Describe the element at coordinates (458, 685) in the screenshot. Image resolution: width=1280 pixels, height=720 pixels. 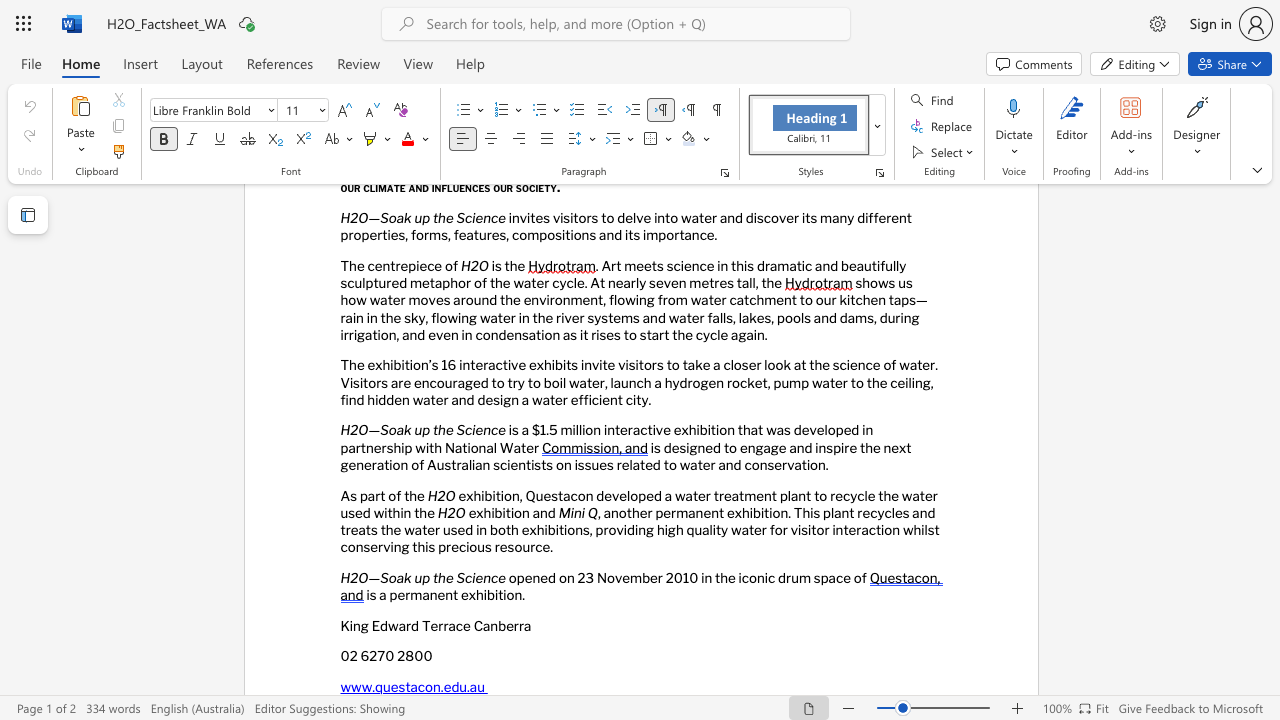
I see `the subset text "u.au" within the text "www.questacon.edu.au"` at that location.